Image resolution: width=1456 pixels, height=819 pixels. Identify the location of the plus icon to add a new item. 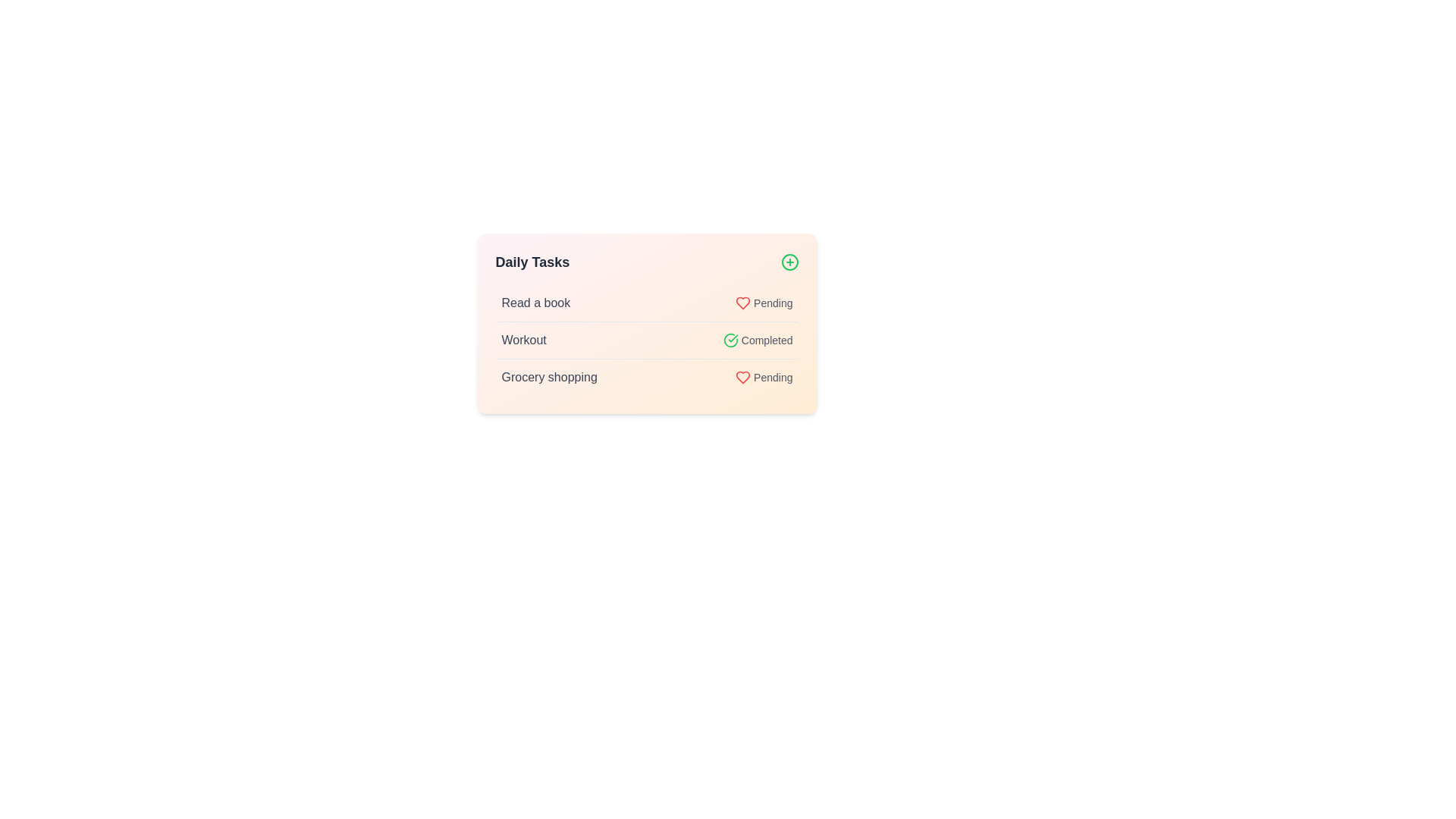
(789, 262).